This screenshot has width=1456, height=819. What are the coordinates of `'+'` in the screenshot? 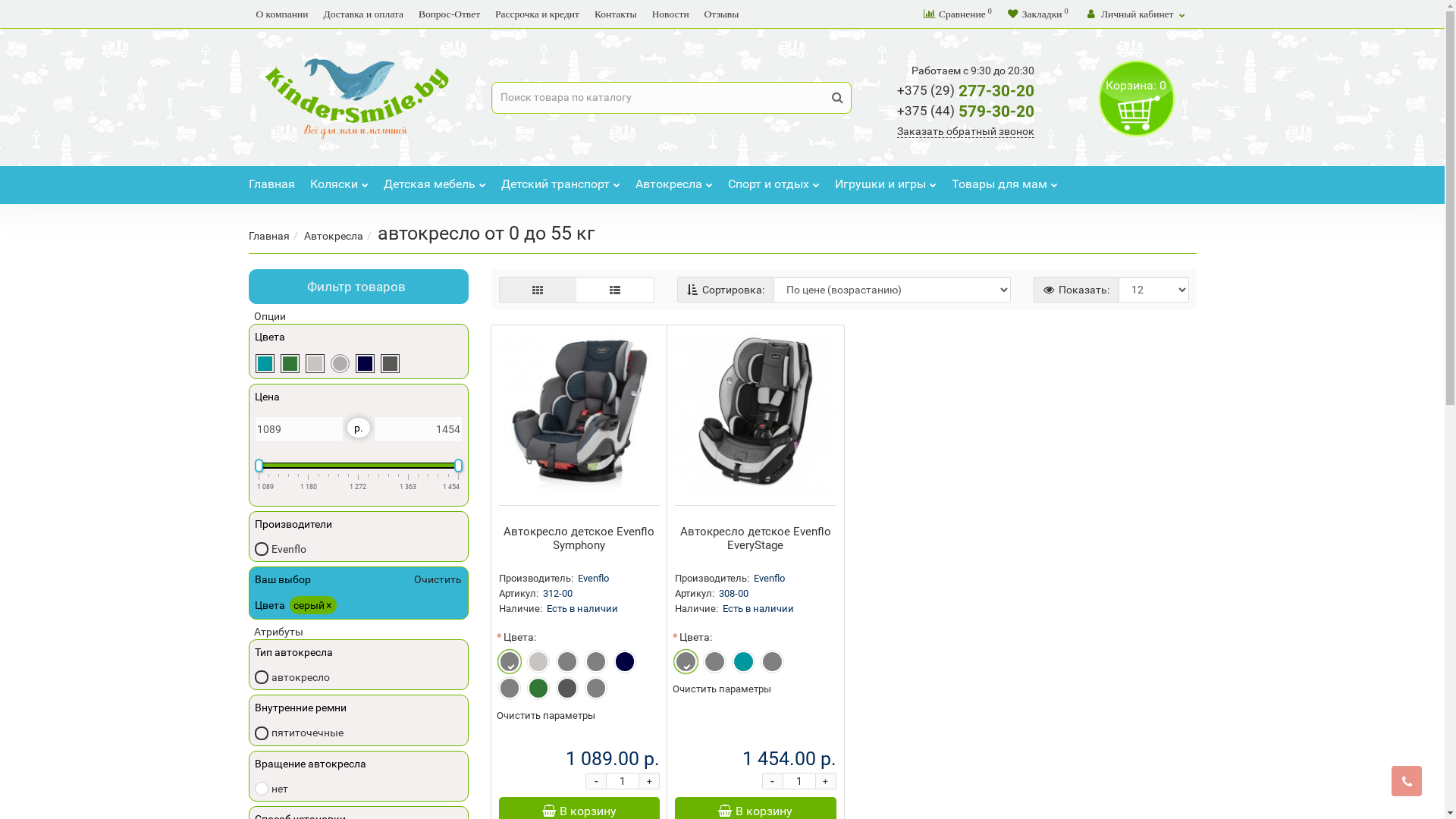 It's located at (648, 780).